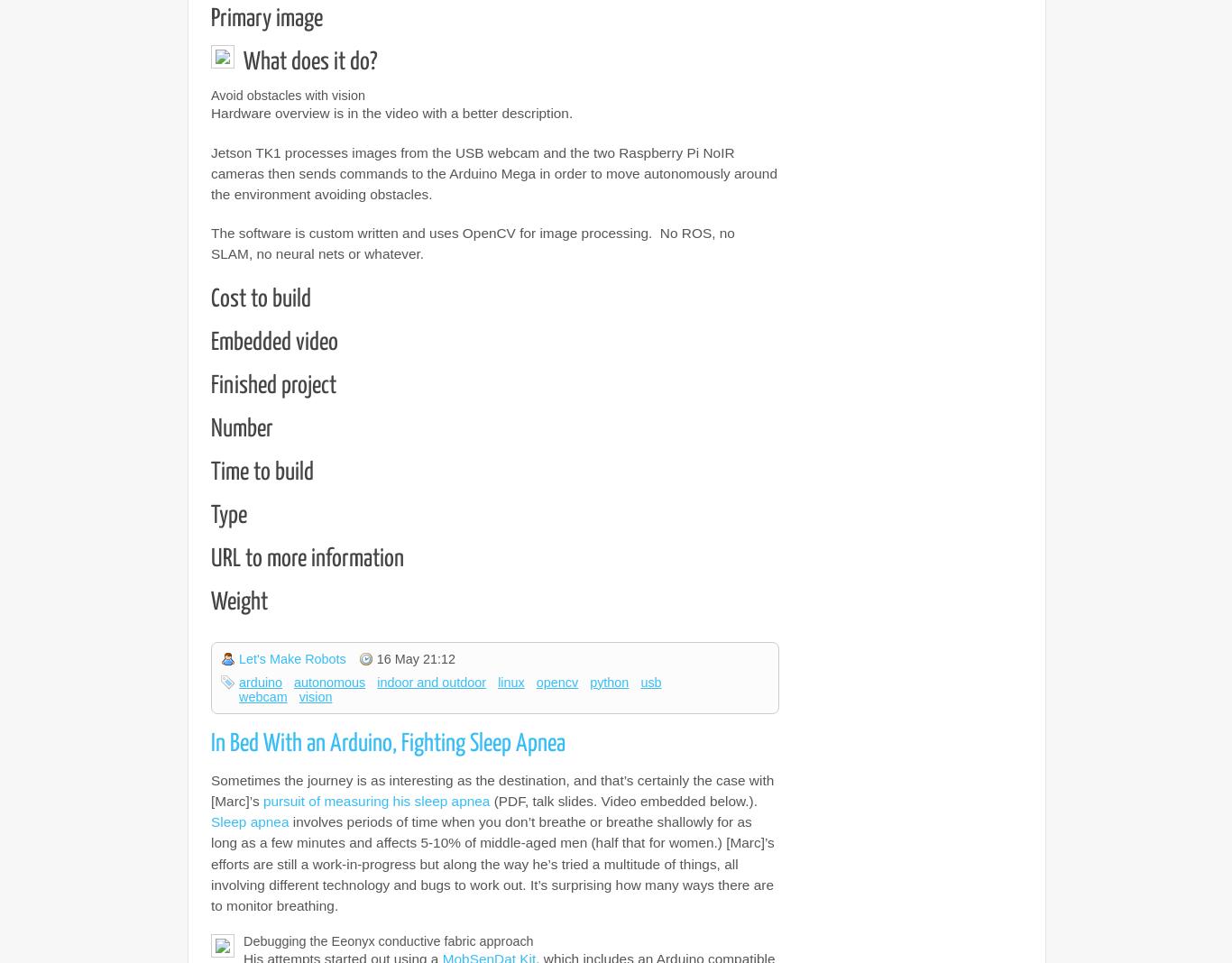 This screenshot has width=1232, height=963. I want to click on 'What does it do?', so click(309, 61).